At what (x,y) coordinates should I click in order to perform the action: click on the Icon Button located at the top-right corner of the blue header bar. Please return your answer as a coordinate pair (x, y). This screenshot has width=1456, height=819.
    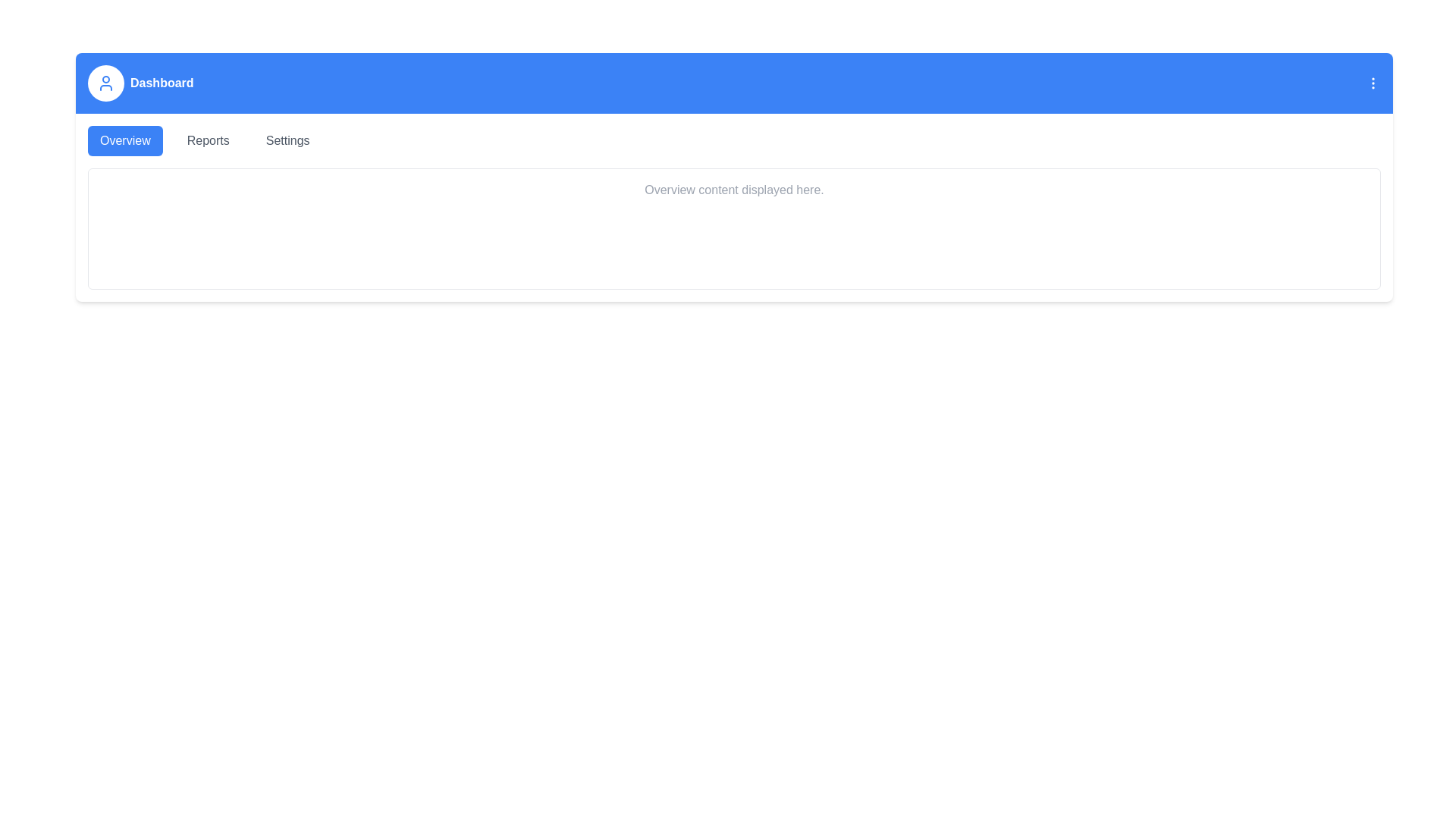
    Looking at the image, I should click on (1373, 83).